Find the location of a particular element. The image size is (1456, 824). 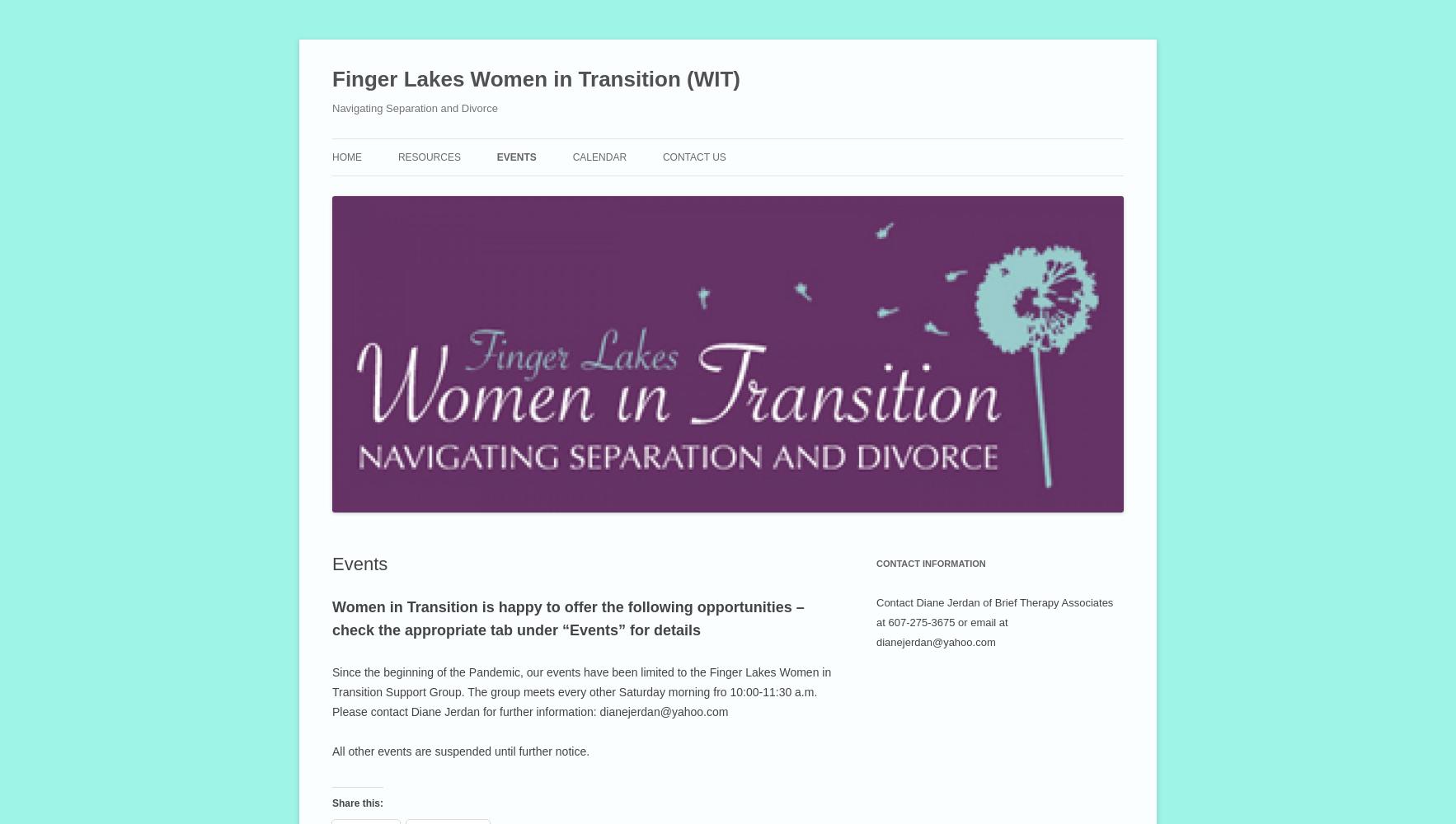

'Contact Information' is located at coordinates (875, 564).